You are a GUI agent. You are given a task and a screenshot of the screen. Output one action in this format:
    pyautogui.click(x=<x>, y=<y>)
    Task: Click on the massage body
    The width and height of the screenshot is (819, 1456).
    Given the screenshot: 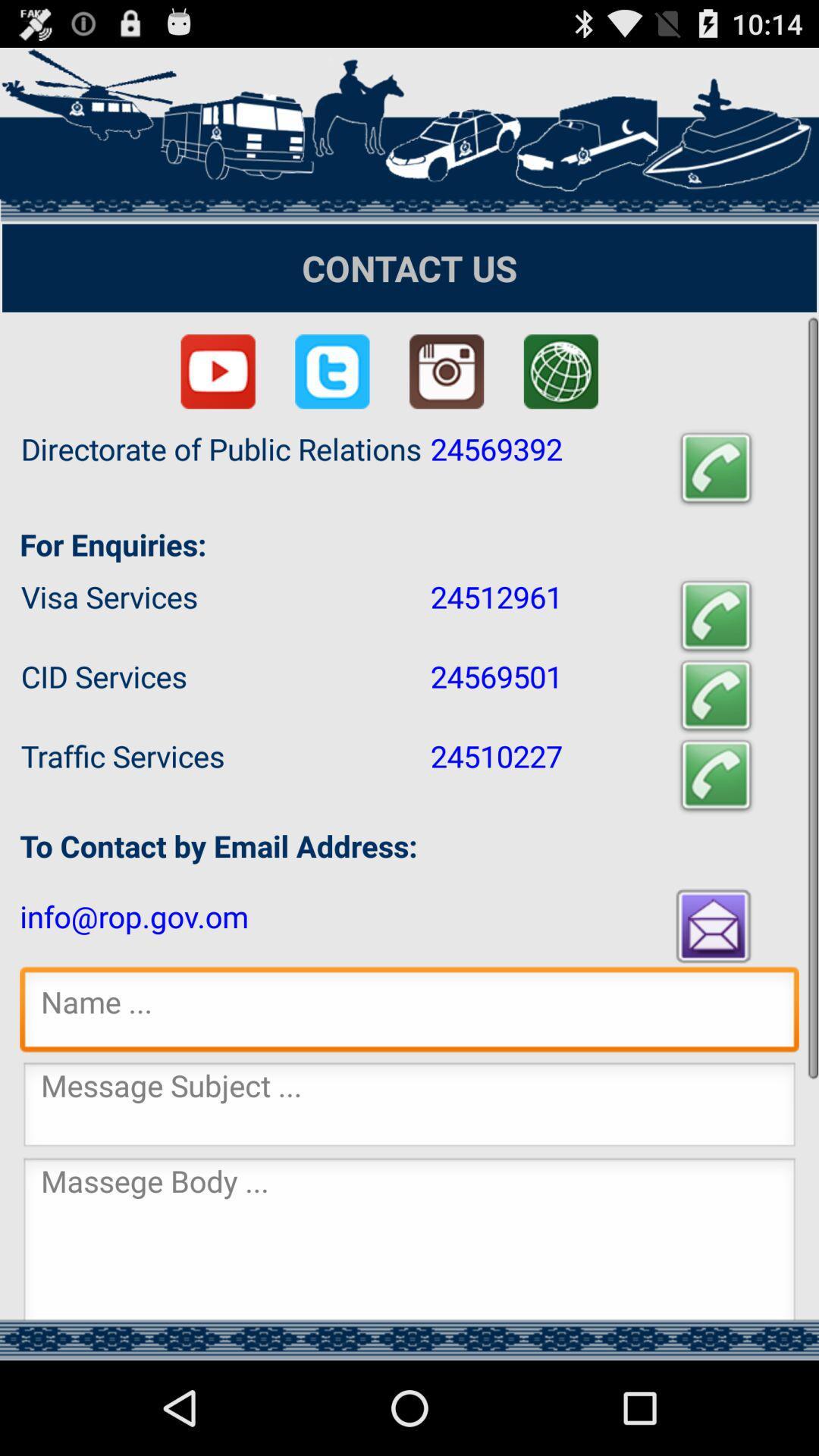 What is the action you would take?
    pyautogui.click(x=409, y=1238)
    